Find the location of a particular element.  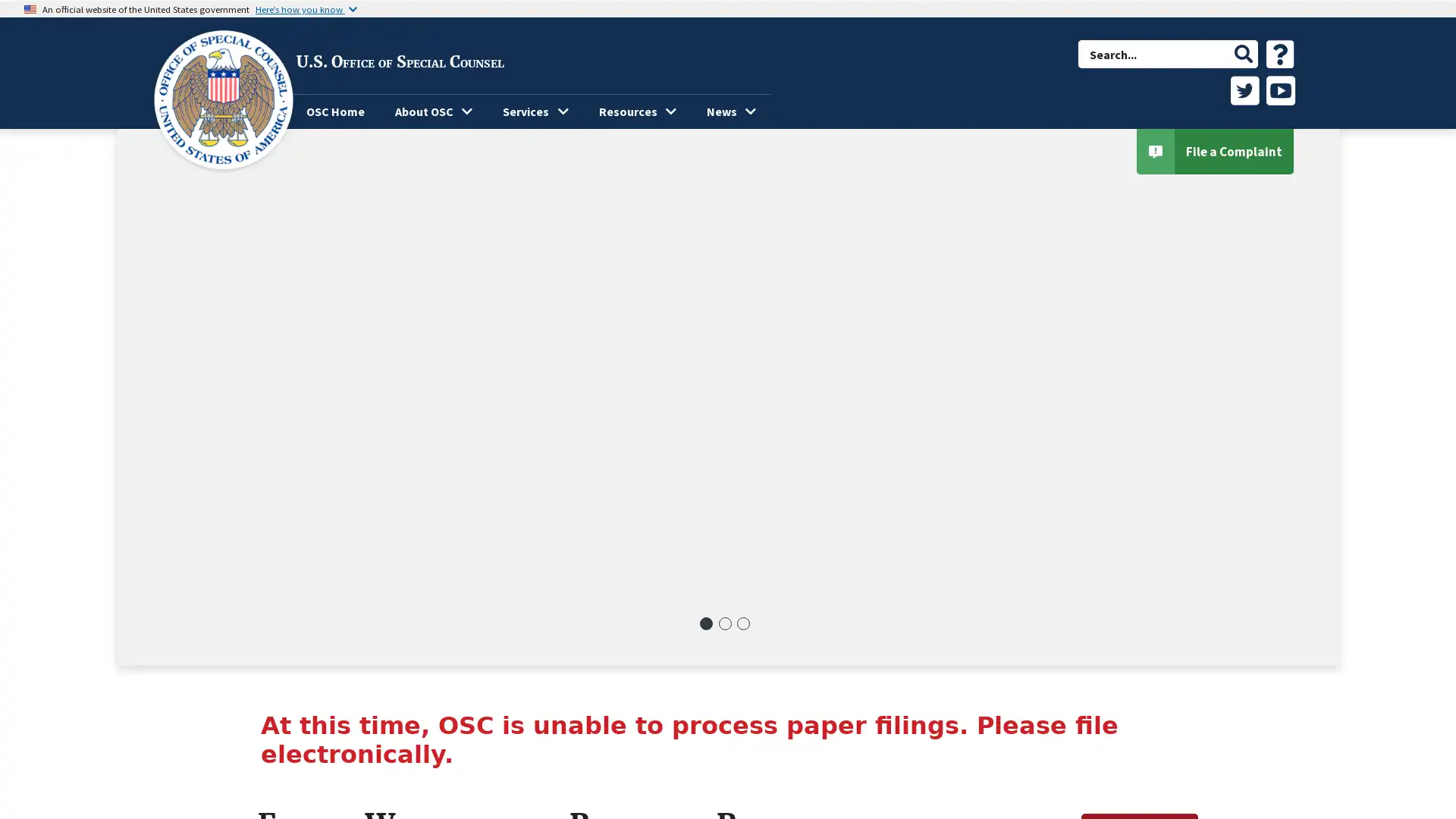

Resources is located at coordinates (637, 111).